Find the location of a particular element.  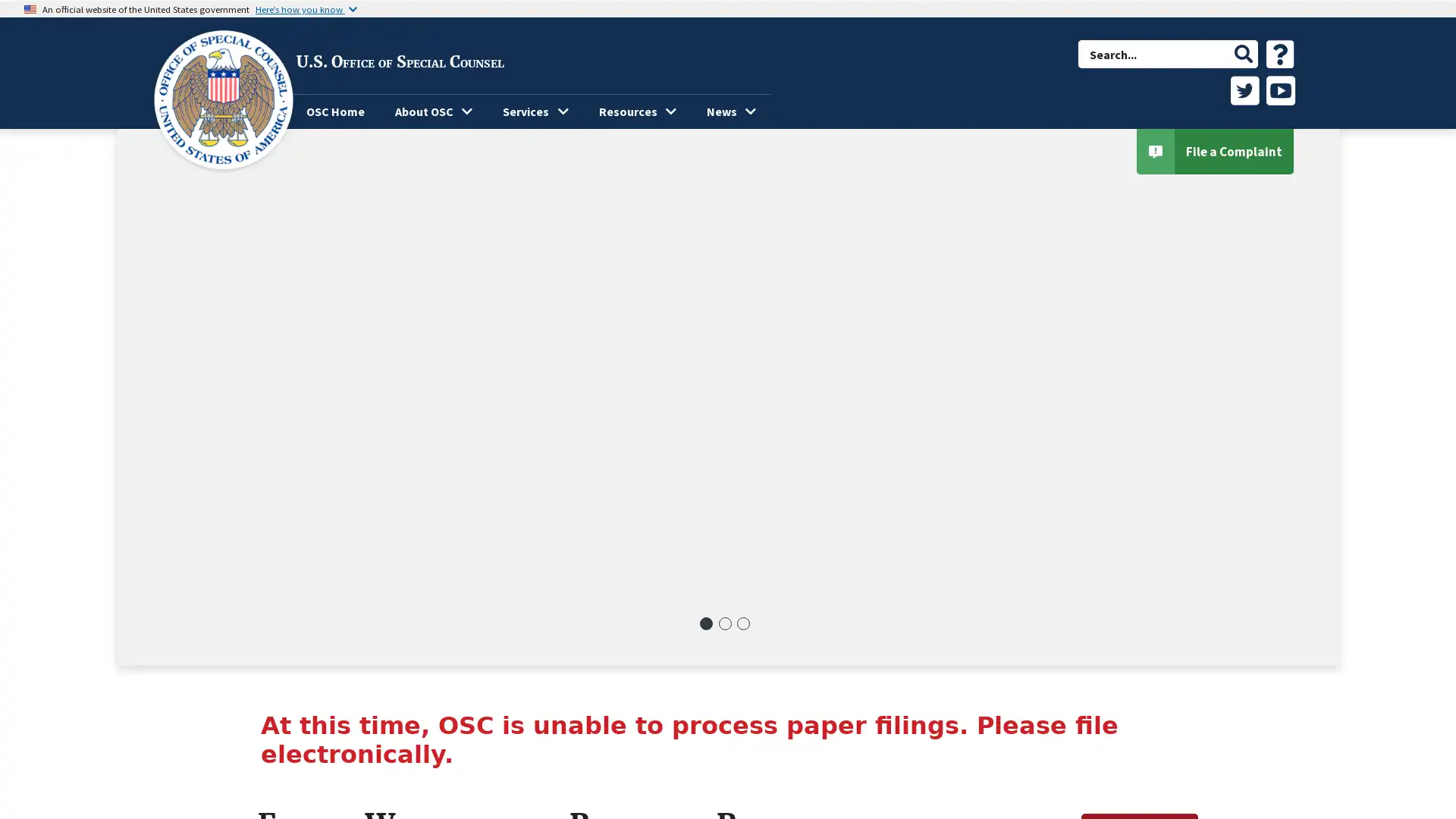

Resources is located at coordinates (637, 111).